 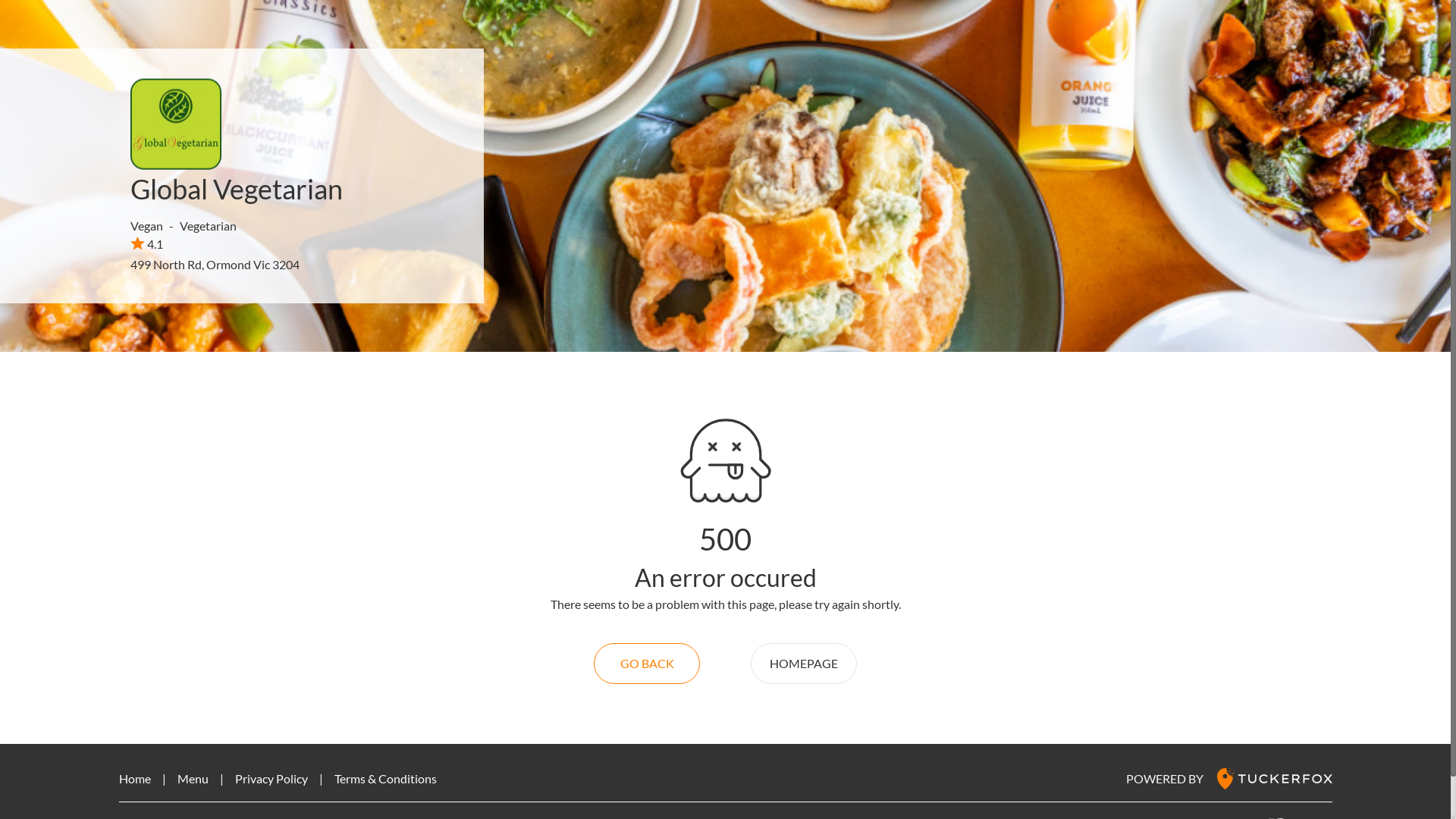 What do you see at coordinates (236, 188) in the screenshot?
I see `'Global Vegetarian'` at bounding box center [236, 188].